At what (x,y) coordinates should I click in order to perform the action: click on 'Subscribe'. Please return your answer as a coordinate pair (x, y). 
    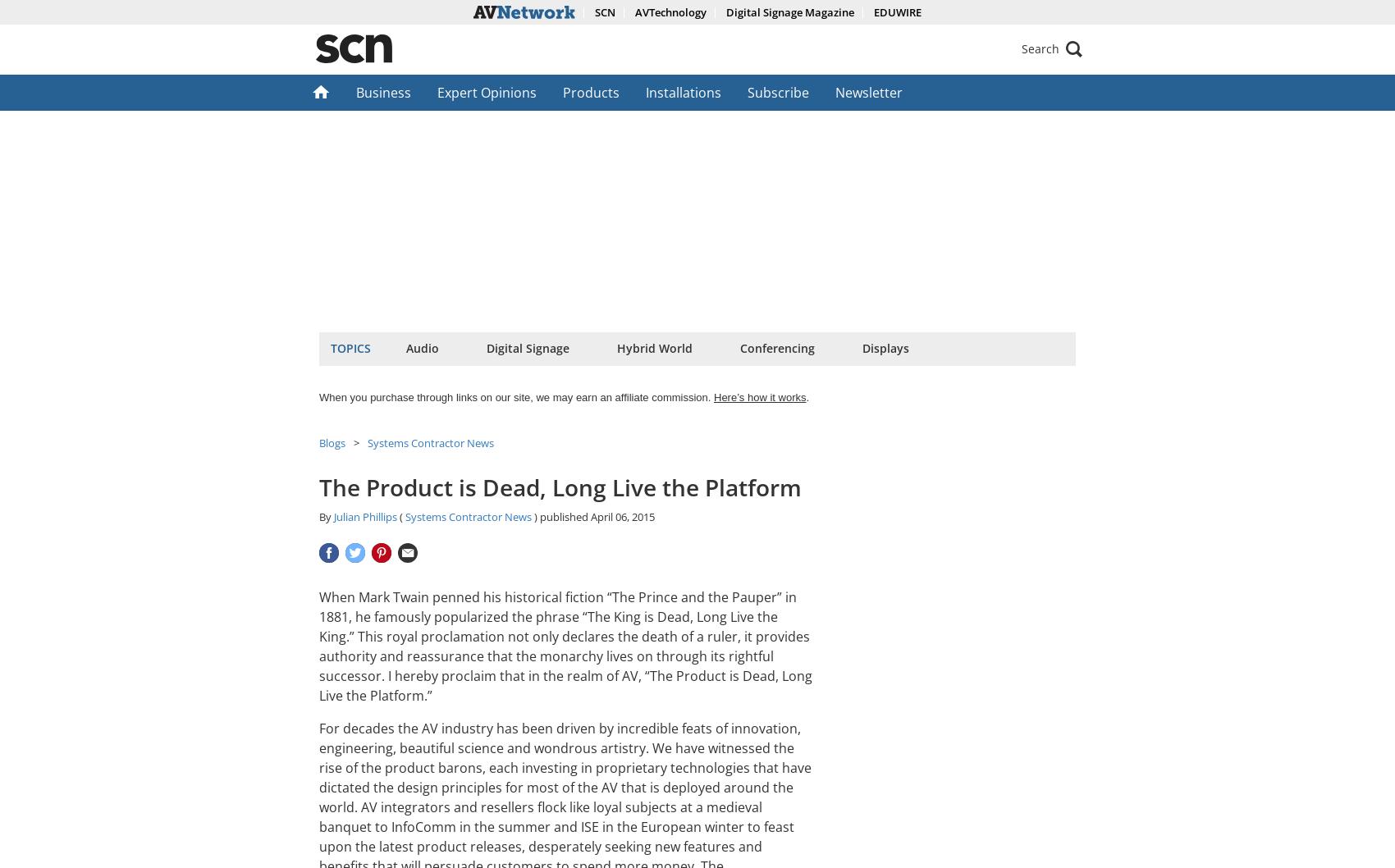
    Looking at the image, I should click on (778, 91).